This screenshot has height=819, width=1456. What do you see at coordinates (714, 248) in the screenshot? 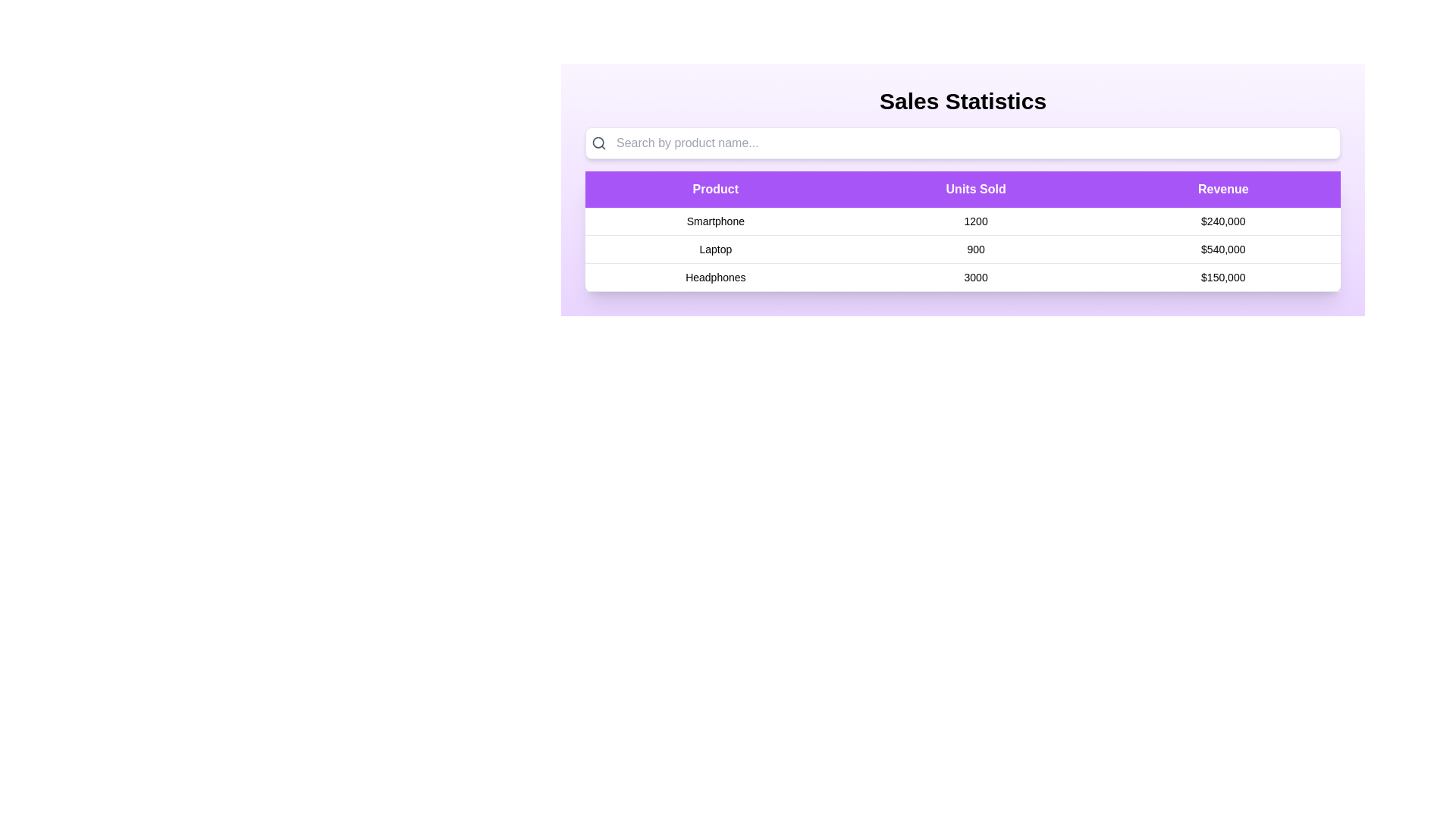
I see `the table row corresponding to Laptop` at bounding box center [714, 248].